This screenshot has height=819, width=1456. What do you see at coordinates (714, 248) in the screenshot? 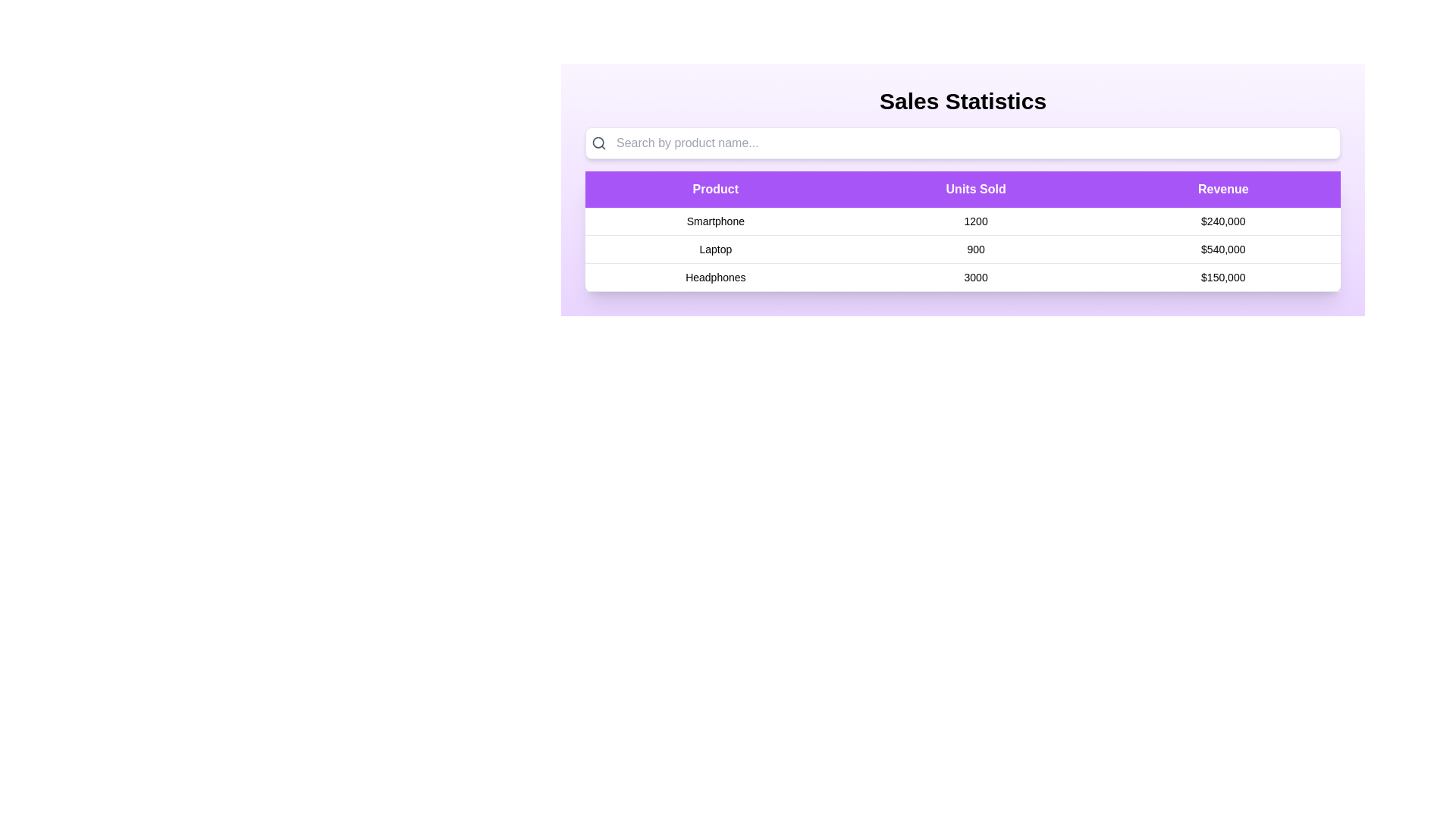
I see `the table row corresponding to Laptop` at bounding box center [714, 248].